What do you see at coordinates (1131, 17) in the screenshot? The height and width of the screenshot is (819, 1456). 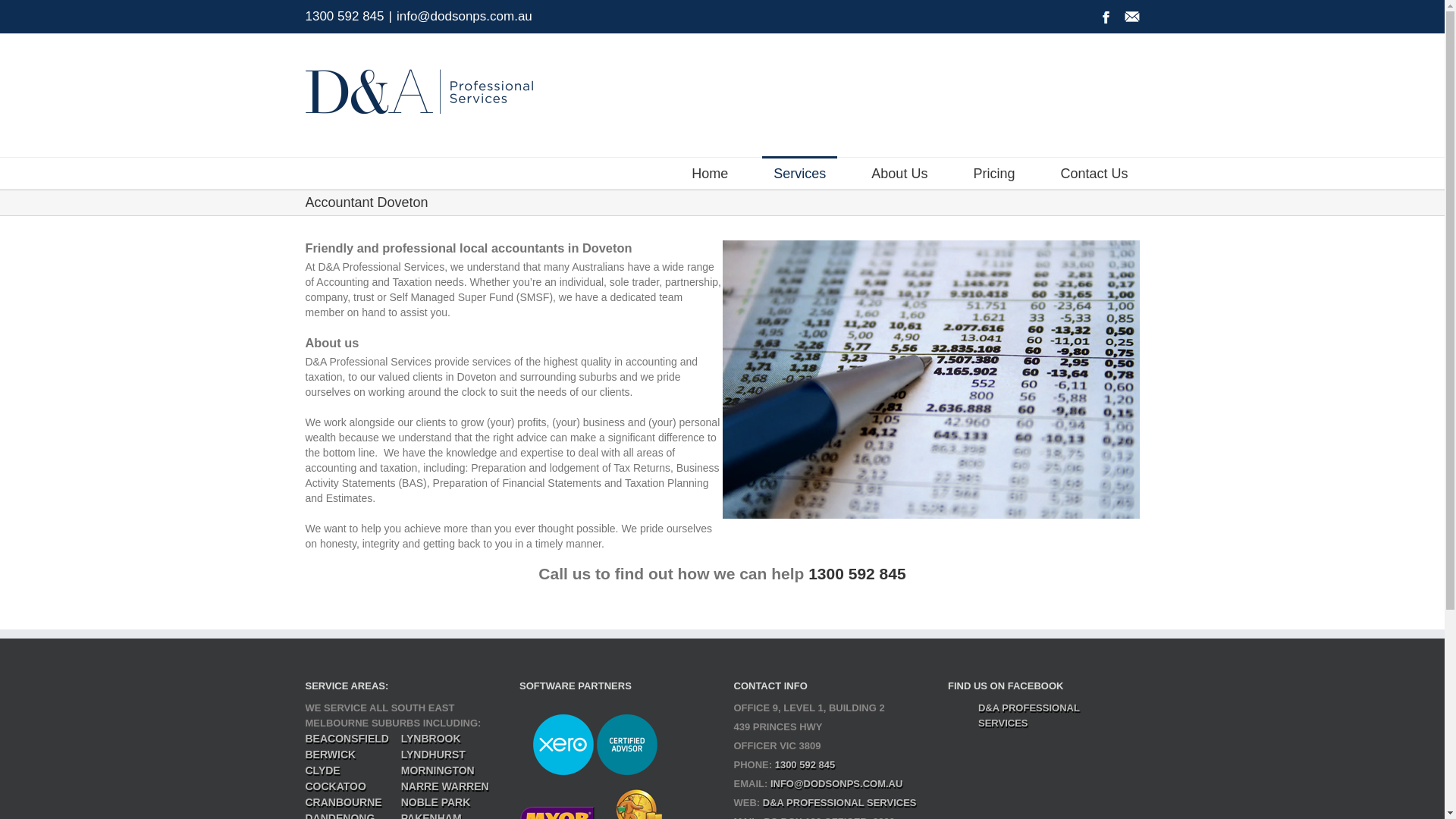 I see `'Email'` at bounding box center [1131, 17].